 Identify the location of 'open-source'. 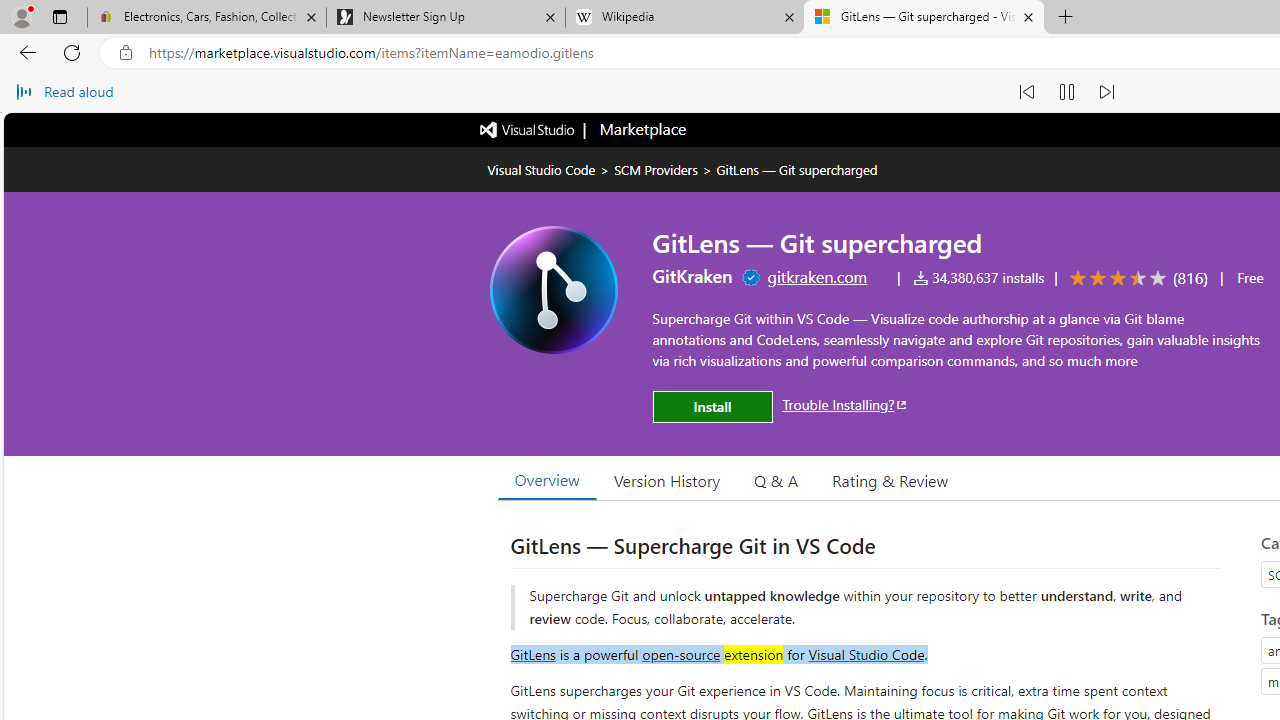
(681, 653).